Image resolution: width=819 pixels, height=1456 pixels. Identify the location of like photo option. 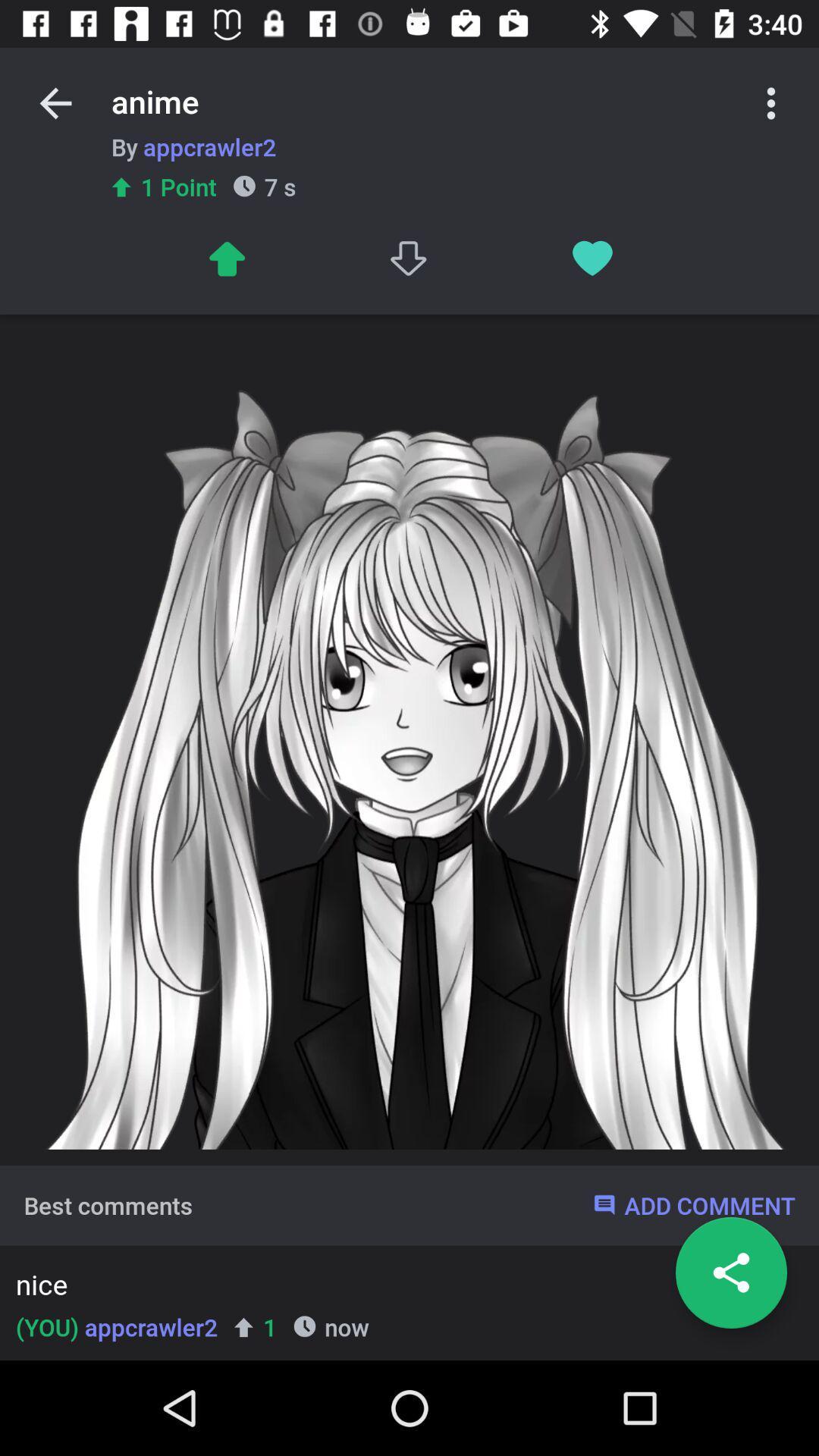
(591, 259).